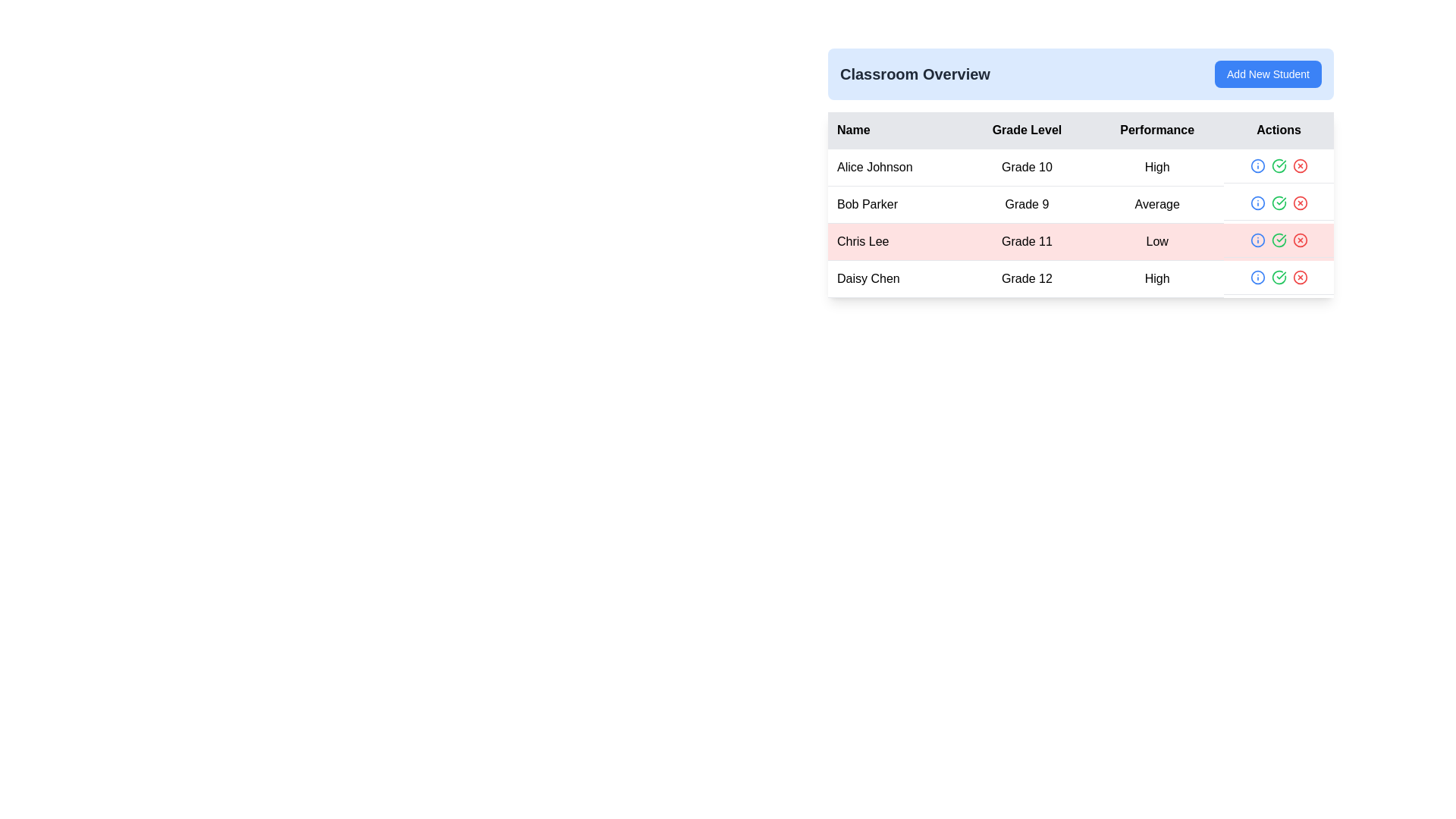  Describe the element at coordinates (1257, 239) in the screenshot. I see `the 'info' icon located in the 'Actions' column for 'Chris Lee'` at that location.